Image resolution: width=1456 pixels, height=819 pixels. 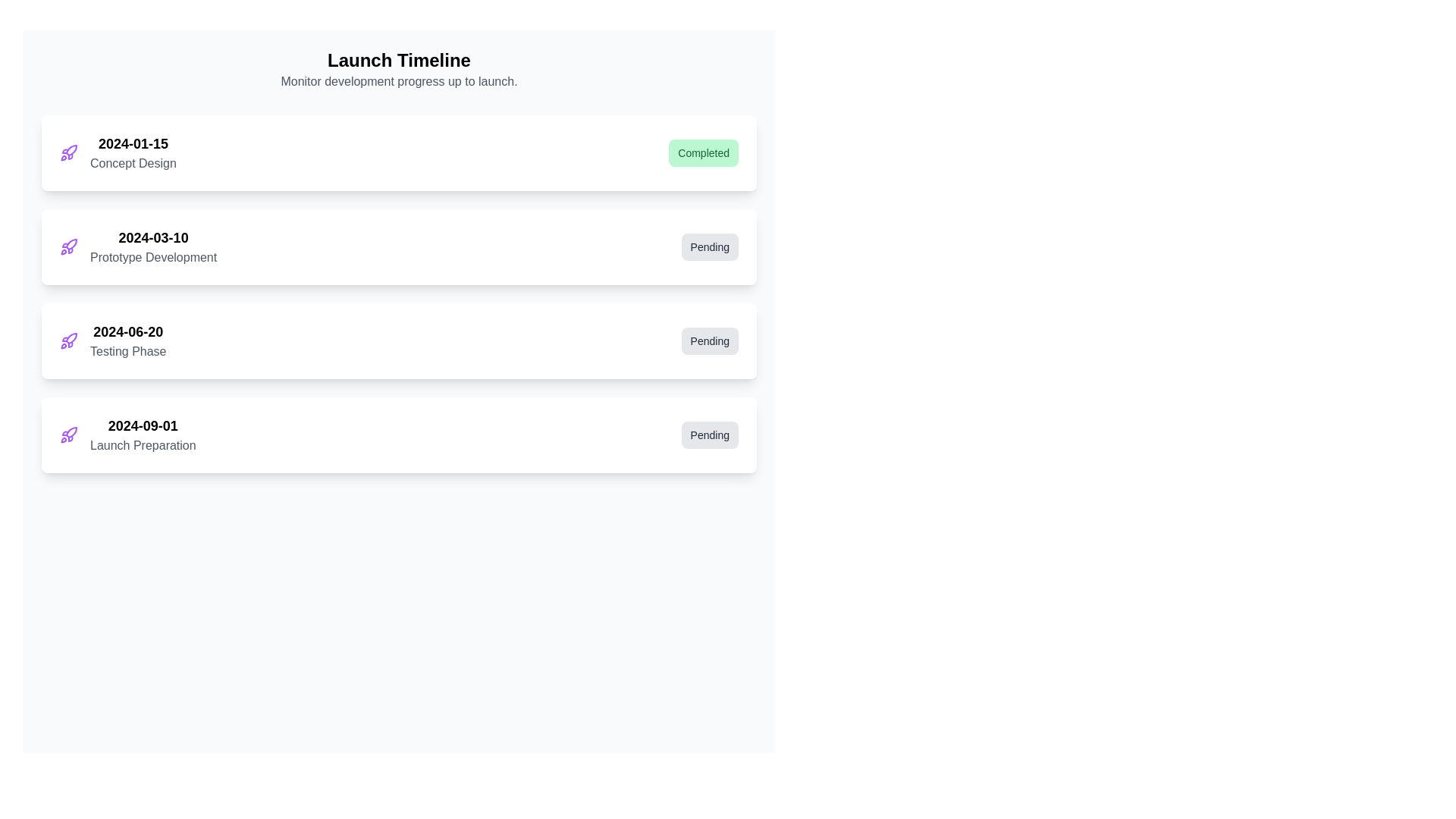 What do you see at coordinates (153, 237) in the screenshot?
I see `displayed date '2024-03-10' from the bolded text label within the timeline interface of the 'Prototype Development' card` at bounding box center [153, 237].